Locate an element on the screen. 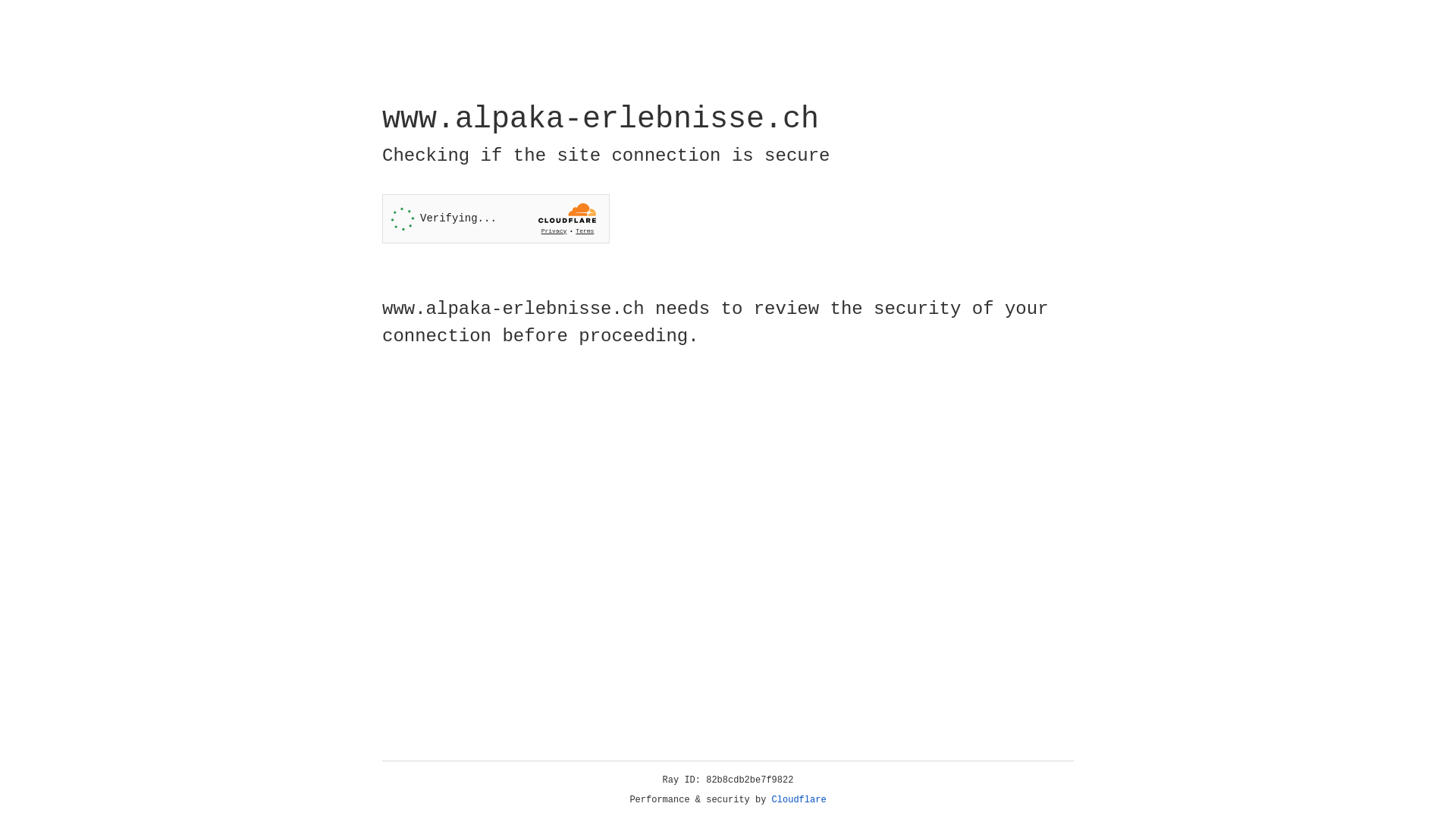 The image size is (1456, 819). 'Widget containing a Cloudflare security challenge' is located at coordinates (495, 218).